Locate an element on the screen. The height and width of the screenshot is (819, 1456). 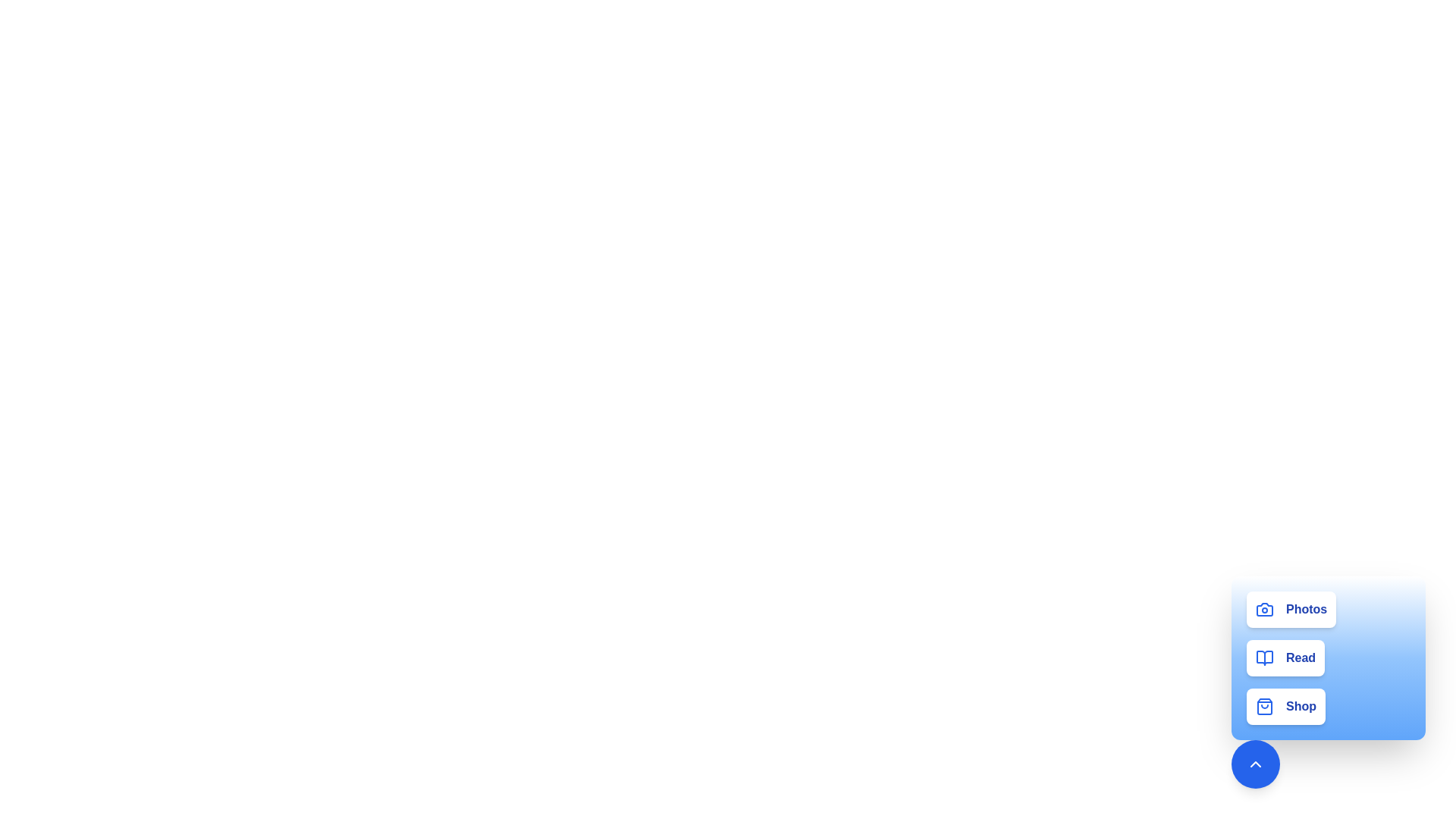
the button corresponding to the activity 'Read' is located at coordinates (1284, 657).